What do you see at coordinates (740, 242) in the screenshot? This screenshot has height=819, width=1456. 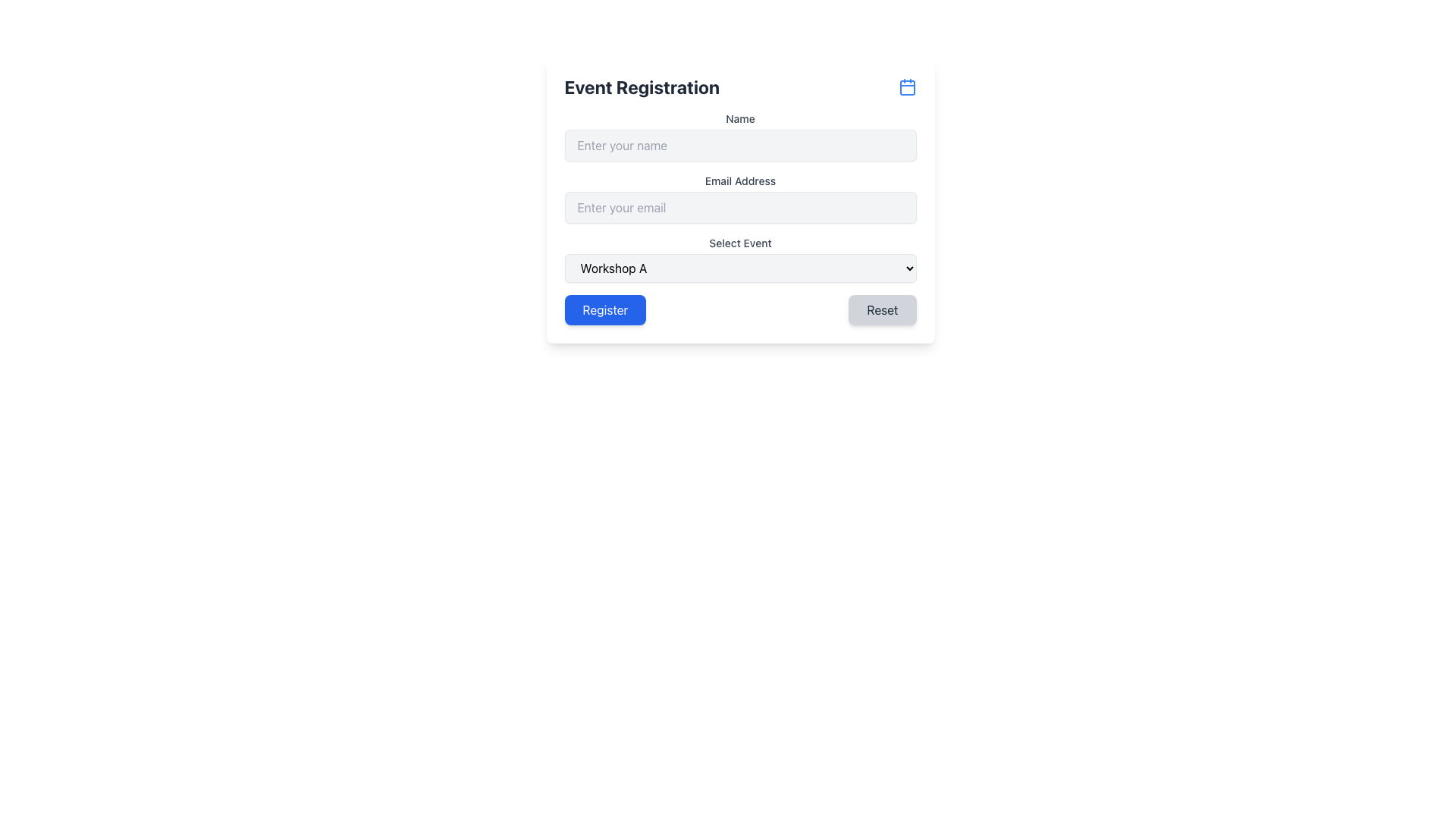 I see `the static text label reading 'Select Event', which is styled with a small font size, medium weight, and gray color, positioned above the dropdown menu in the registration form` at bounding box center [740, 242].